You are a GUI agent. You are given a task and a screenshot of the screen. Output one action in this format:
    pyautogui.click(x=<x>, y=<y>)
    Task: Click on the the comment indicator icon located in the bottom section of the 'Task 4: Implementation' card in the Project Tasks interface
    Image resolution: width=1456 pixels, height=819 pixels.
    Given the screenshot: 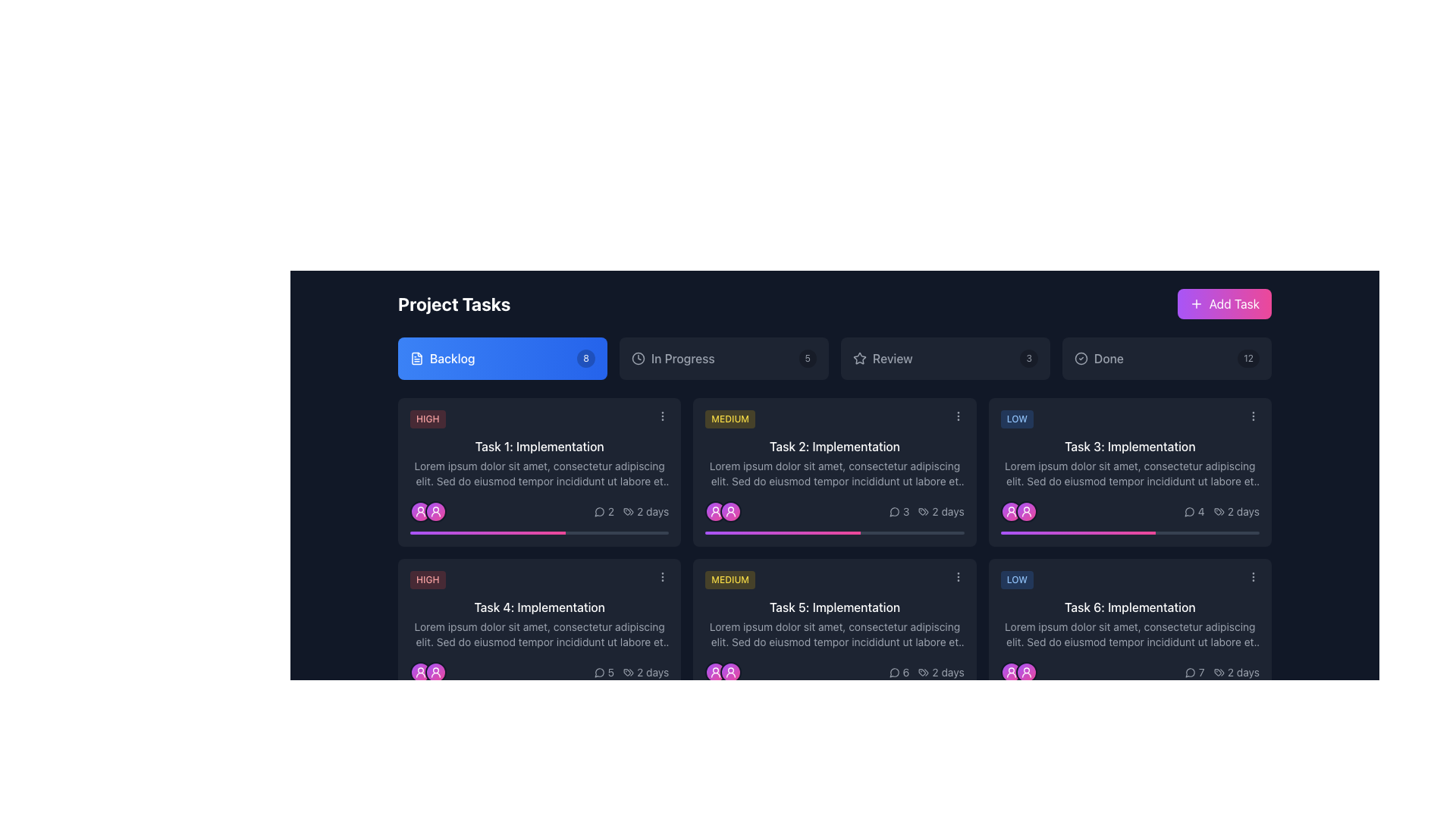 What is the action you would take?
    pyautogui.click(x=598, y=672)
    